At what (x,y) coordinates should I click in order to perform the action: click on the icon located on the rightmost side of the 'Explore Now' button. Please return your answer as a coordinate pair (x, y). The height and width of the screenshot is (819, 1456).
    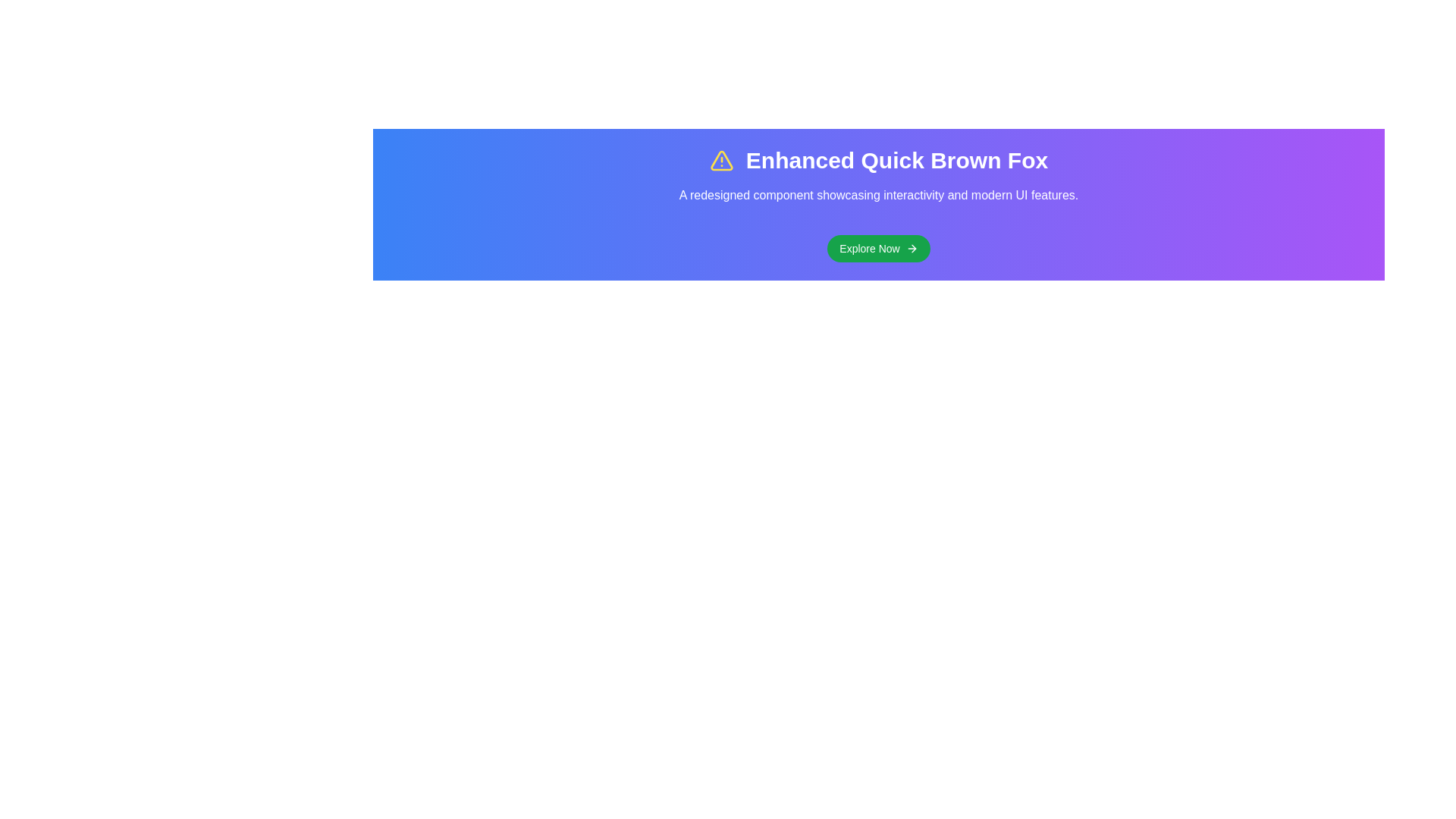
    Looking at the image, I should click on (911, 247).